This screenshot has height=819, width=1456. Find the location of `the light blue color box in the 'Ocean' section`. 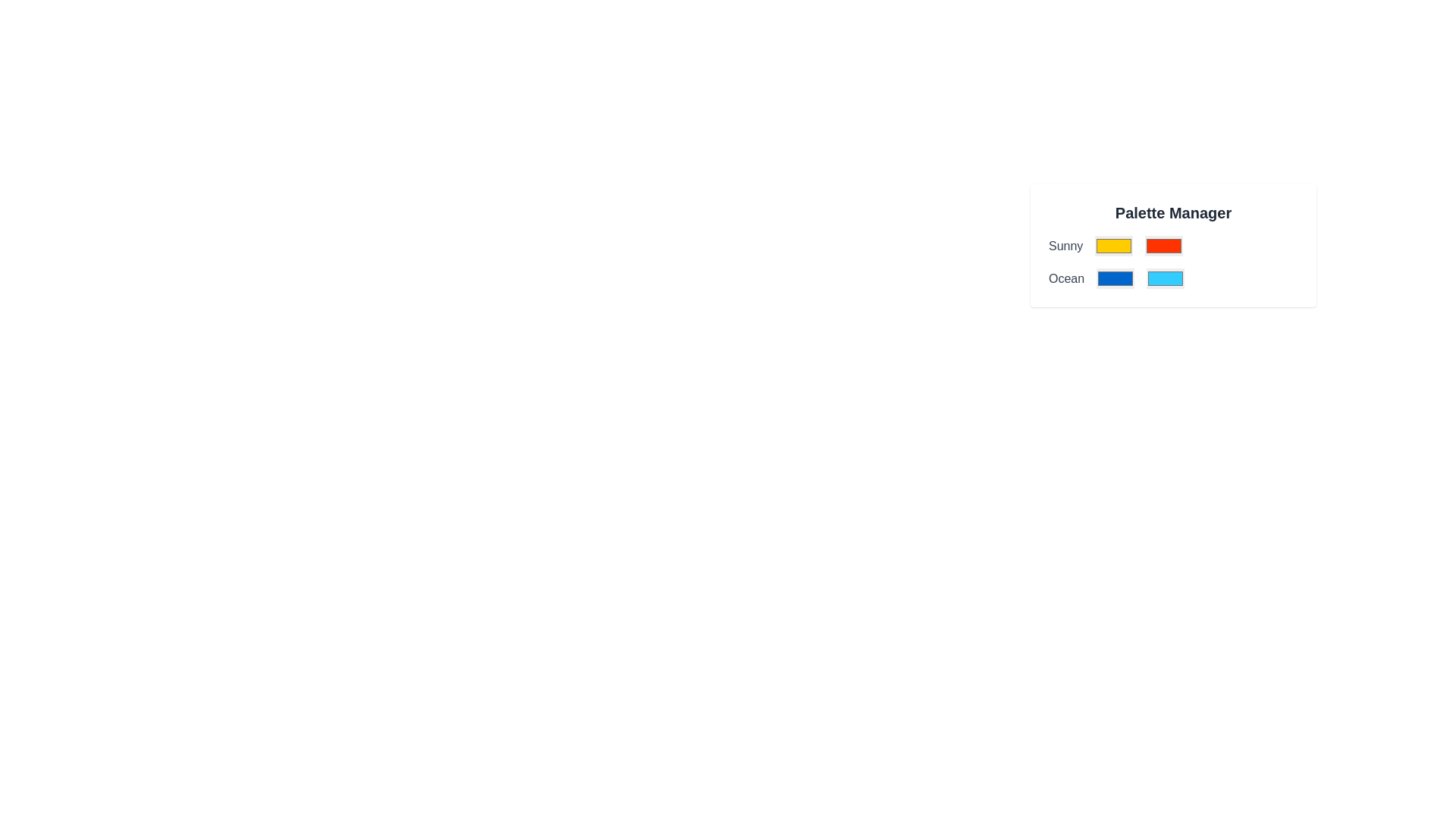

the light blue color box in the 'Ocean' section is located at coordinates (1165, 278).